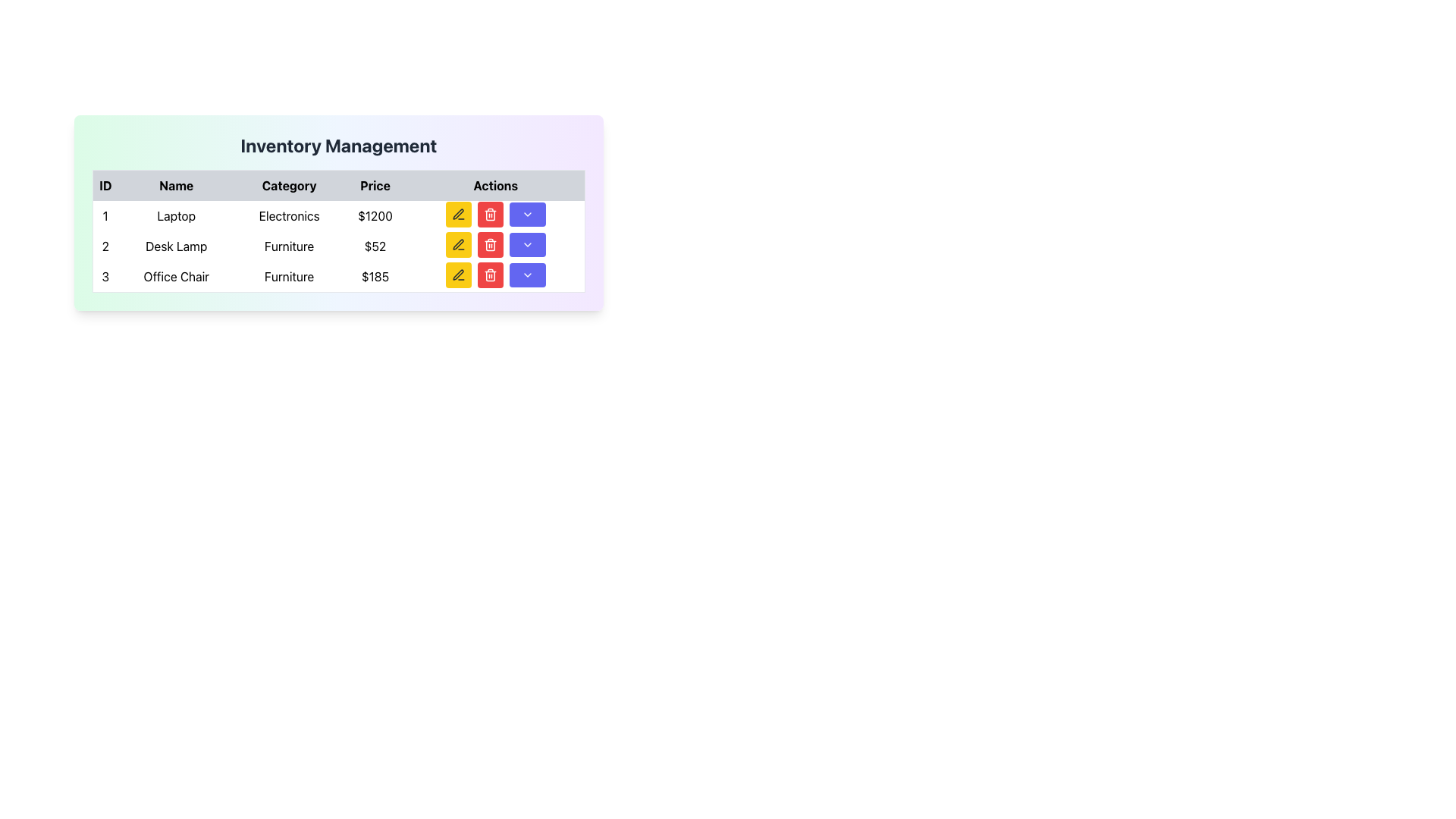 The width and height of the screenshot is (1456, 819). I want to click on the 'delete' icon located in the 'Actions' column of the third row in the table, so click(490, 275).